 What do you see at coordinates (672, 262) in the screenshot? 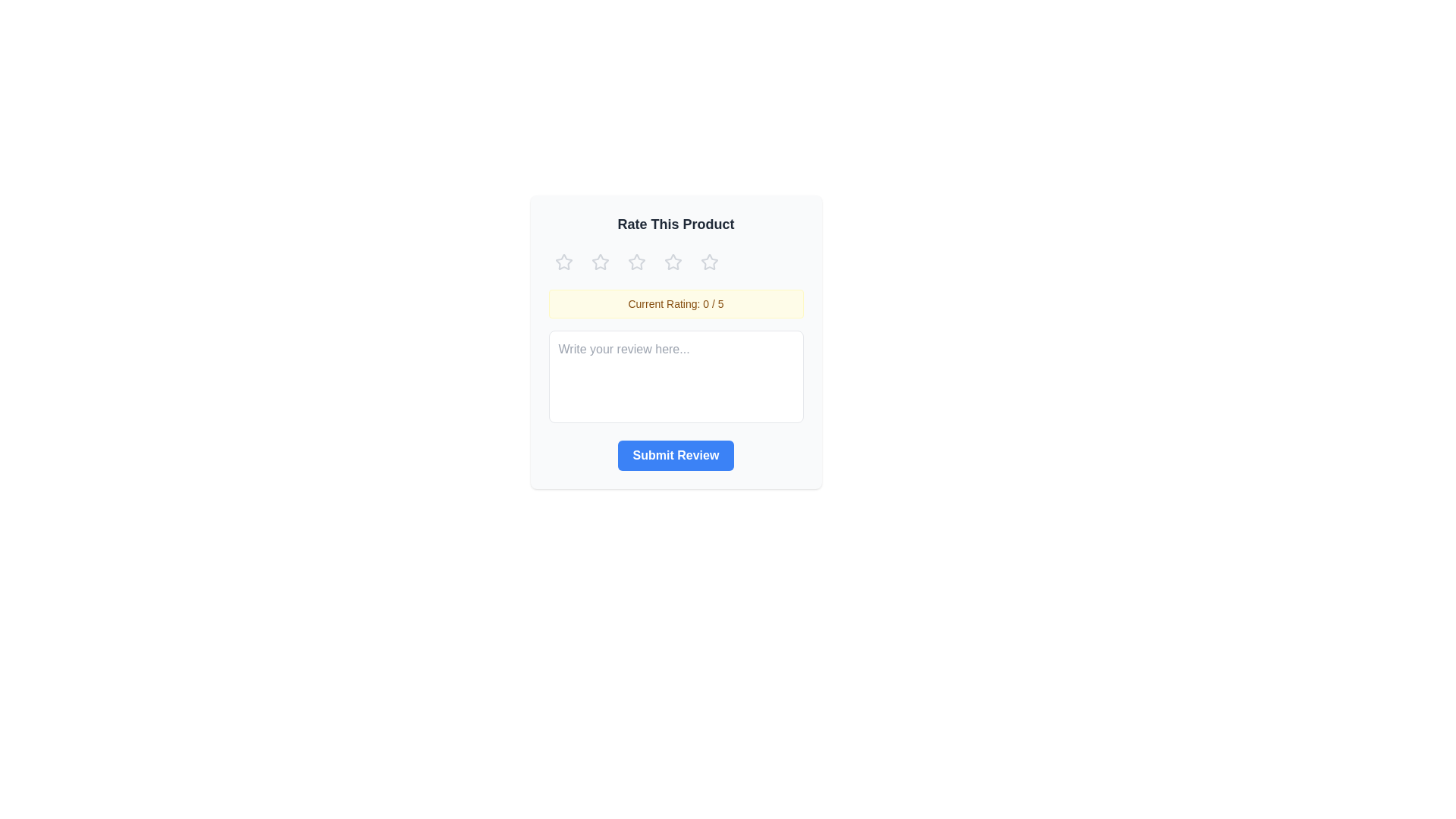
I see `the star corresponding to the desired rating 4` at bounding box center [672, 262].